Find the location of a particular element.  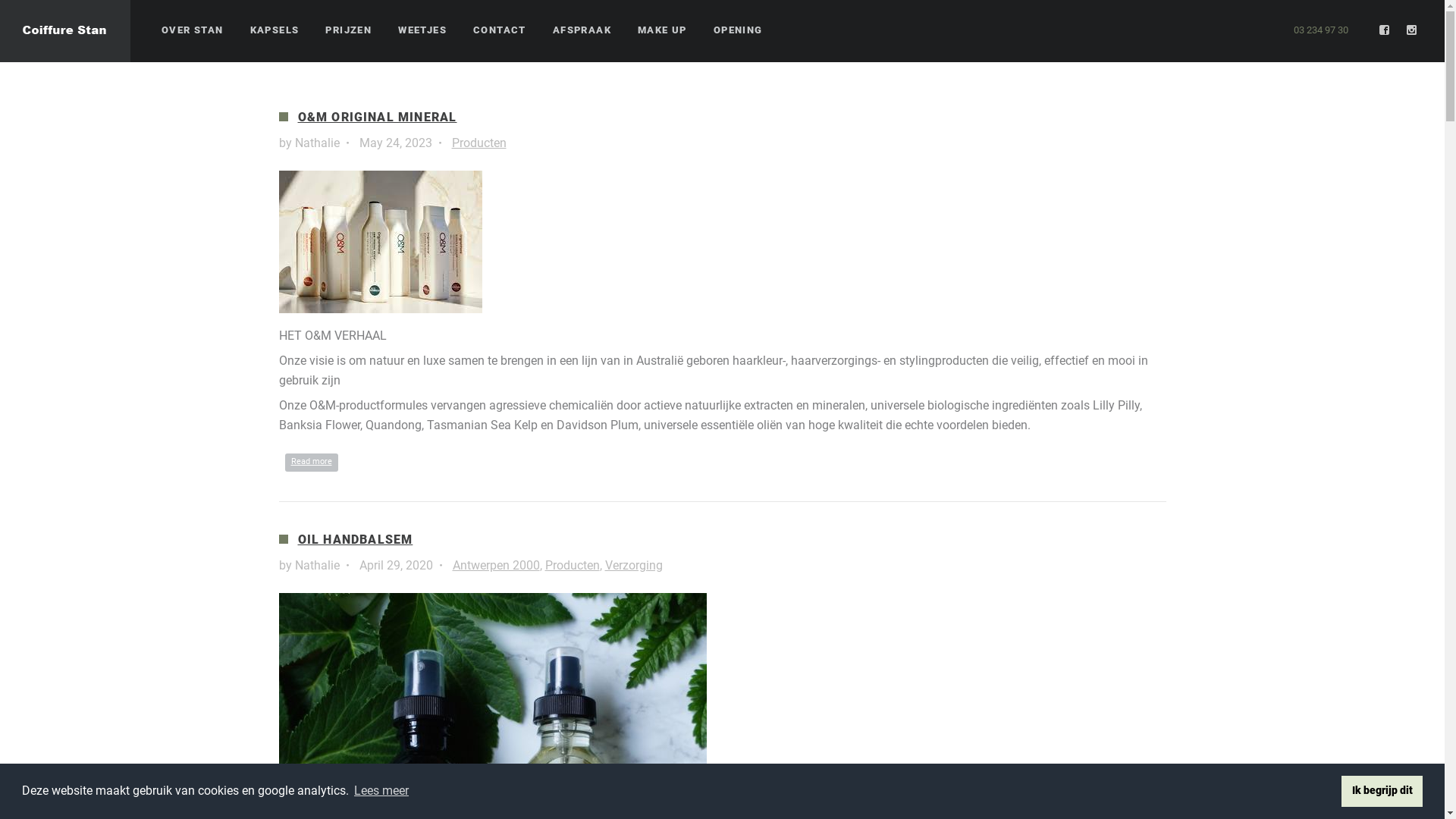

'OIL HANDBALSEM' is located at coordinates (353, 538).